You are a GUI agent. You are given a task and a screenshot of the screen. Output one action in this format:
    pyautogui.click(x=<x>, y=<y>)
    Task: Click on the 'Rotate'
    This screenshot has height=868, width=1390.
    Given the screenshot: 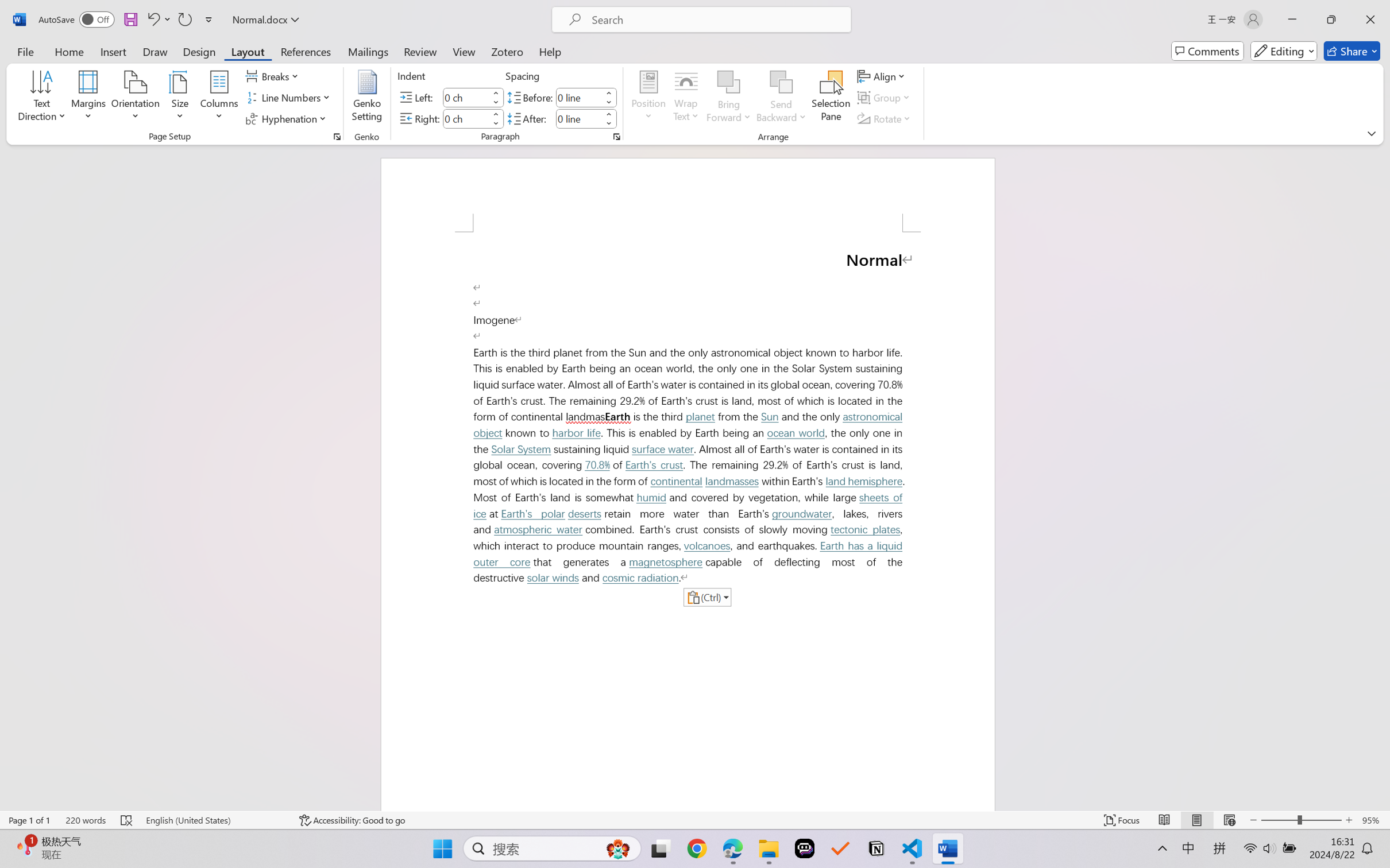 What is the action you would take?
    pyautogui.click(x=885, y=119)
    